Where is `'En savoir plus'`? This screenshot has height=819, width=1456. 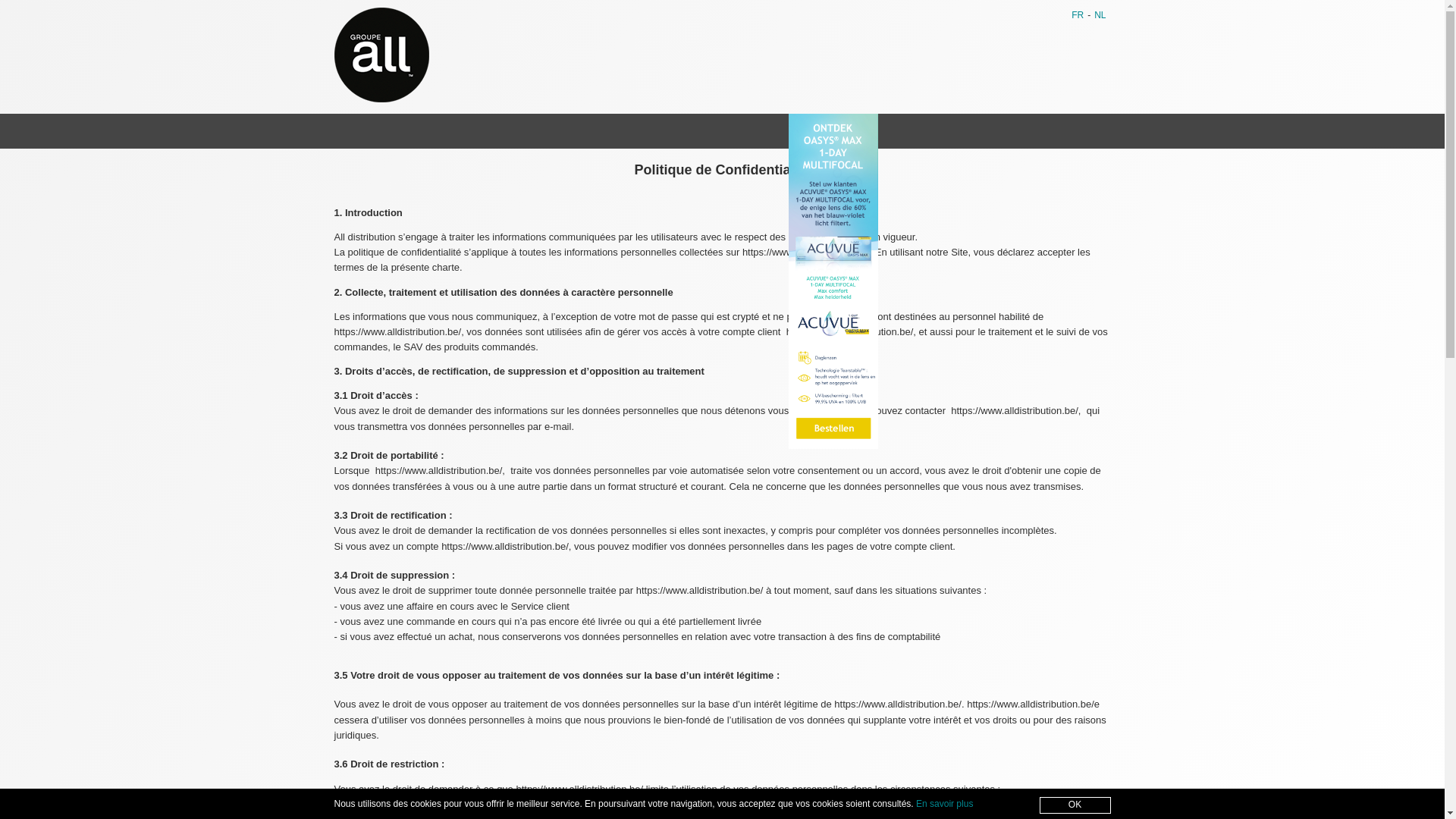 'En savoir plus' is located at coordinates (943, 803).